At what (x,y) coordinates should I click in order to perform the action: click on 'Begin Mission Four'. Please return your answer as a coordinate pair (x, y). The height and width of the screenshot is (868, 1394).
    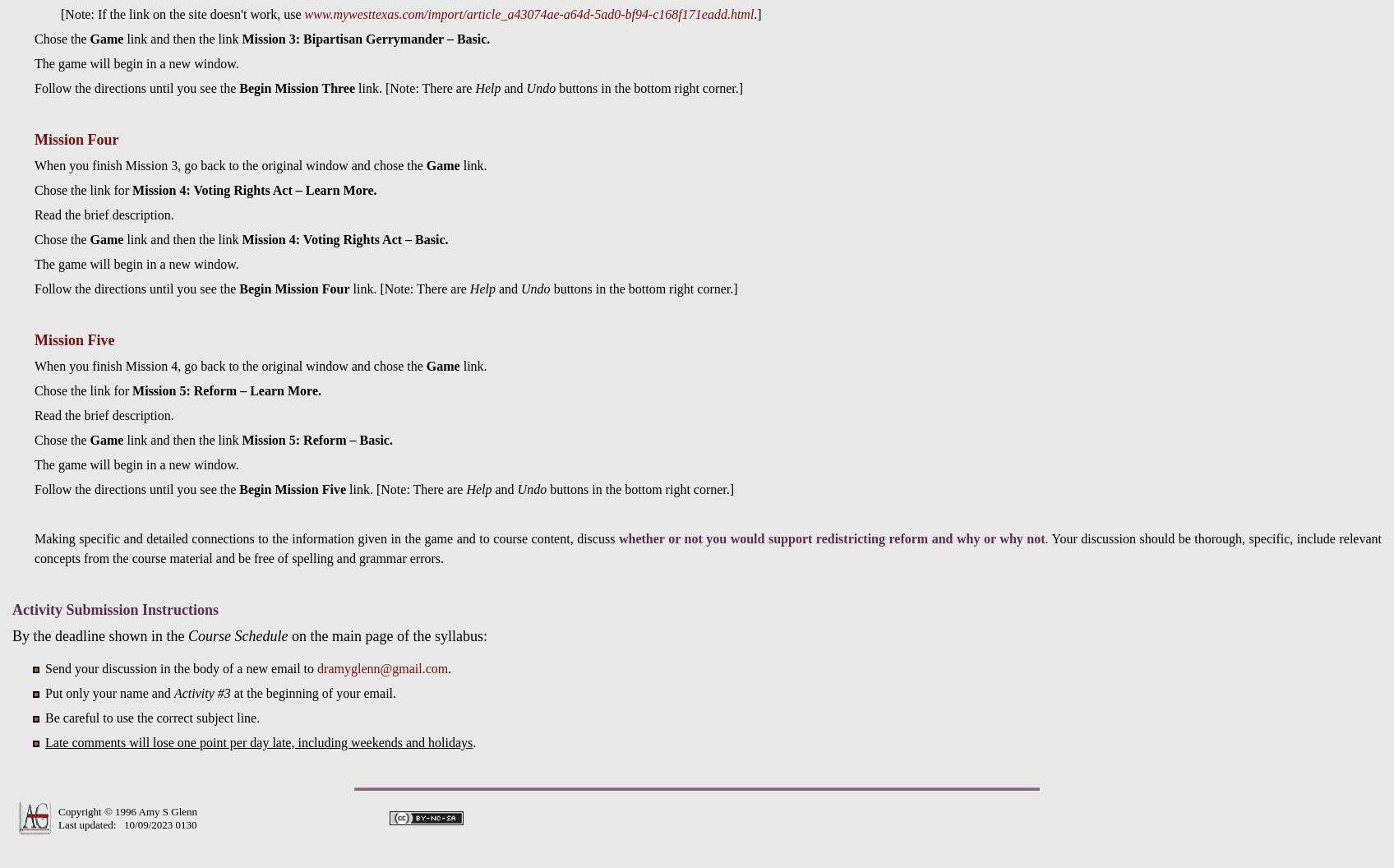
    Looking at the image, I should click on (239, 287).